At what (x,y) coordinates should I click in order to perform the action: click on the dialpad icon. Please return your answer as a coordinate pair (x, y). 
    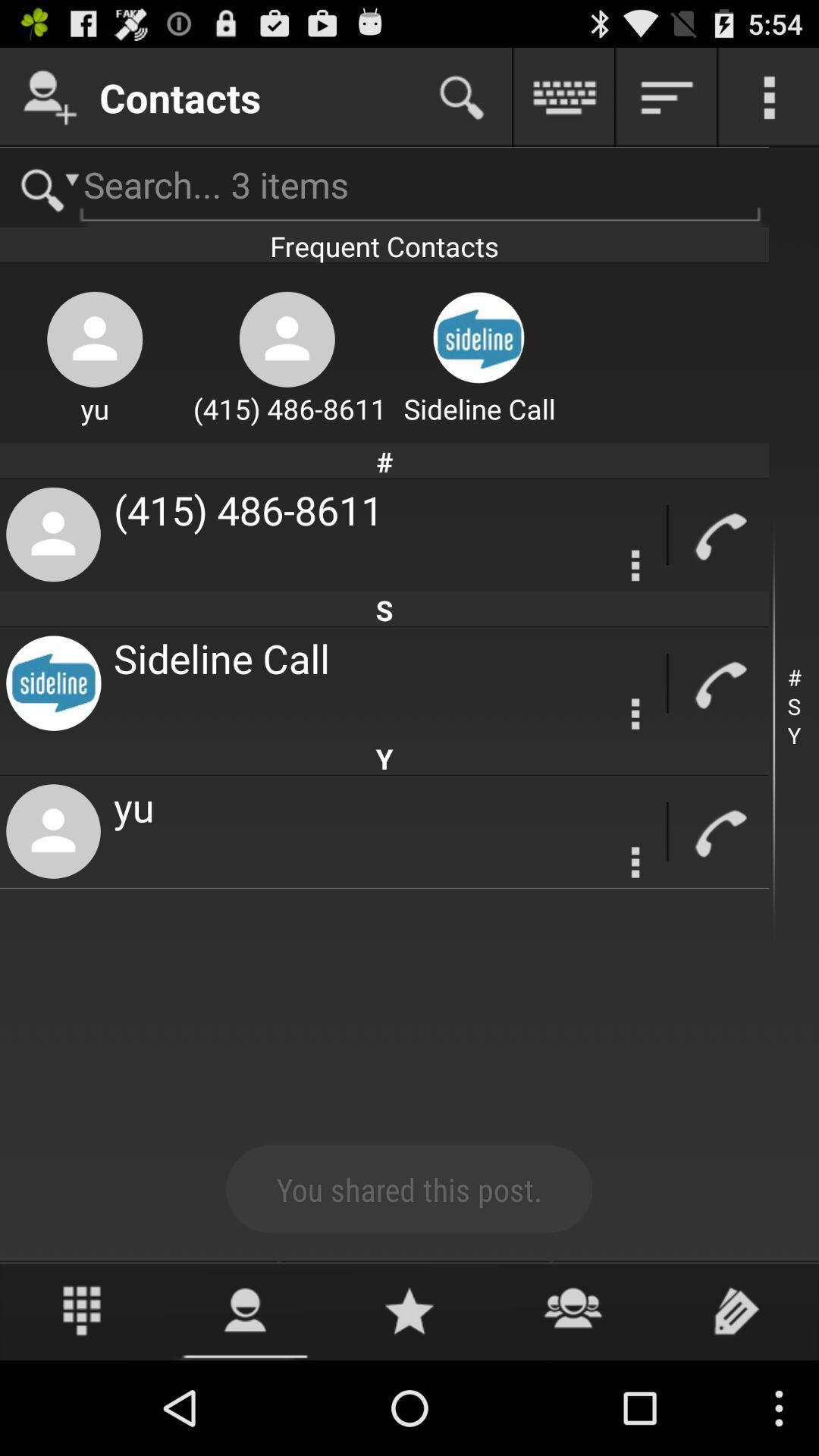
    Looking at the image, I should click on (82, 1401).